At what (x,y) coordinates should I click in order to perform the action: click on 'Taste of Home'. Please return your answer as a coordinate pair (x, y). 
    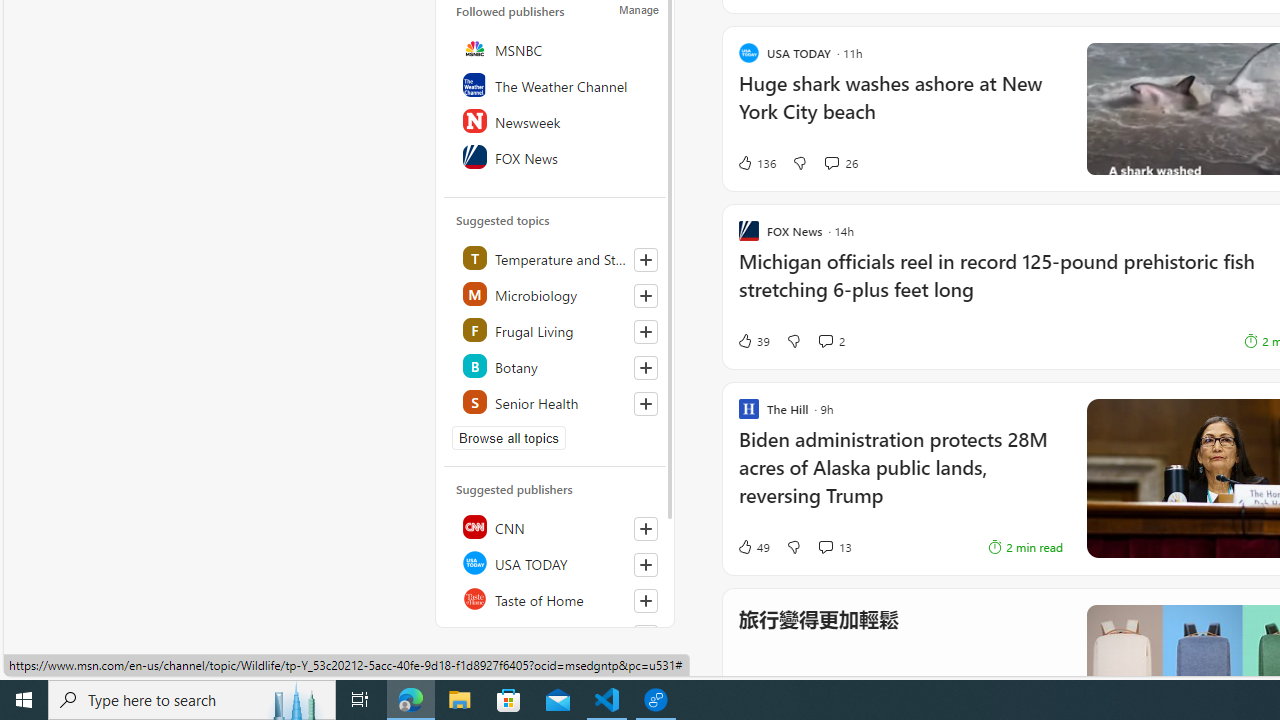
    Looking at the image, I should click on (556, 598).